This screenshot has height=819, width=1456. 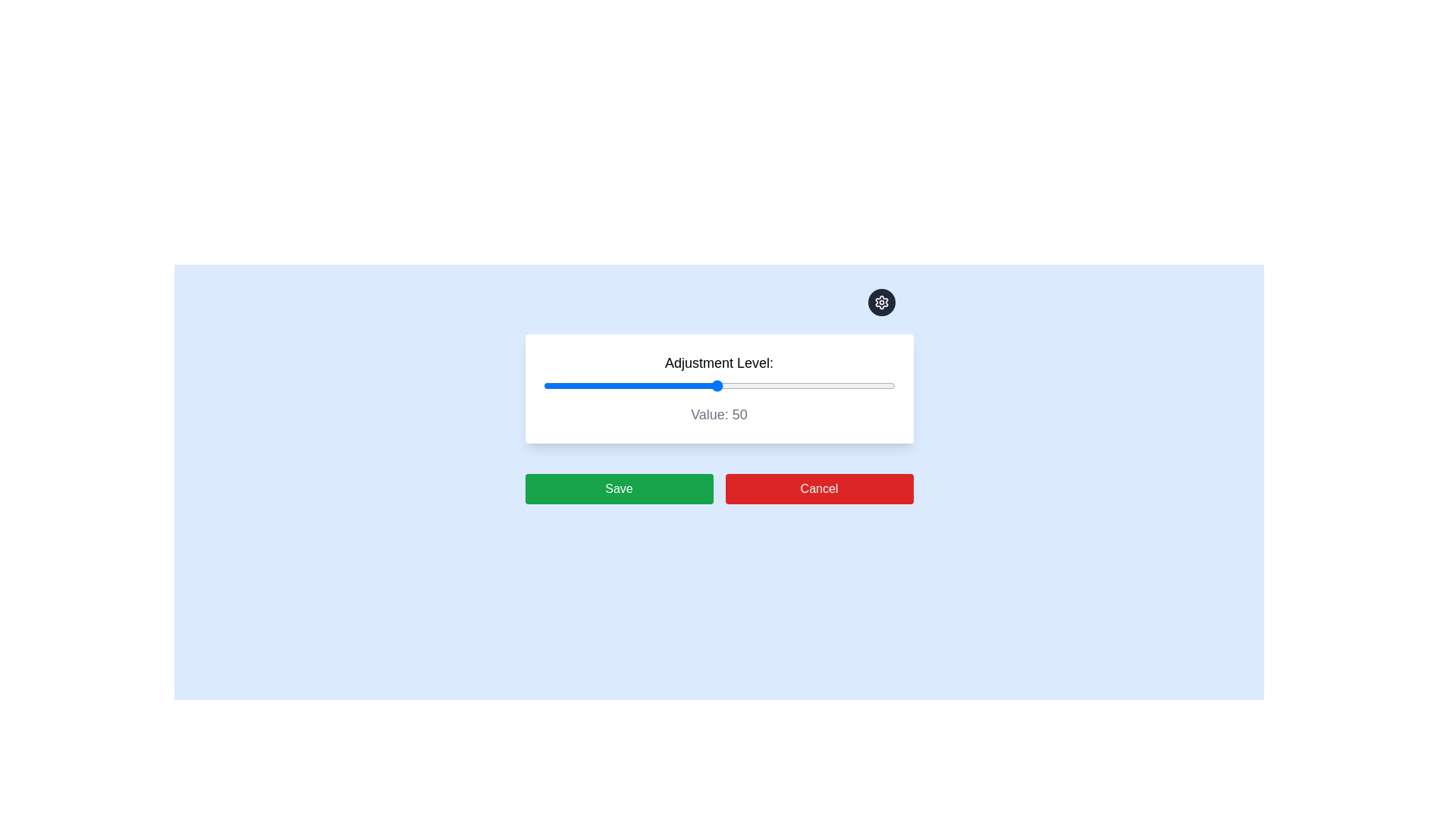 I want to click on to select a point on the Range slider located under the label 'Adjustment Level:' and above 'Value: 50', so click(x=718, y=385).